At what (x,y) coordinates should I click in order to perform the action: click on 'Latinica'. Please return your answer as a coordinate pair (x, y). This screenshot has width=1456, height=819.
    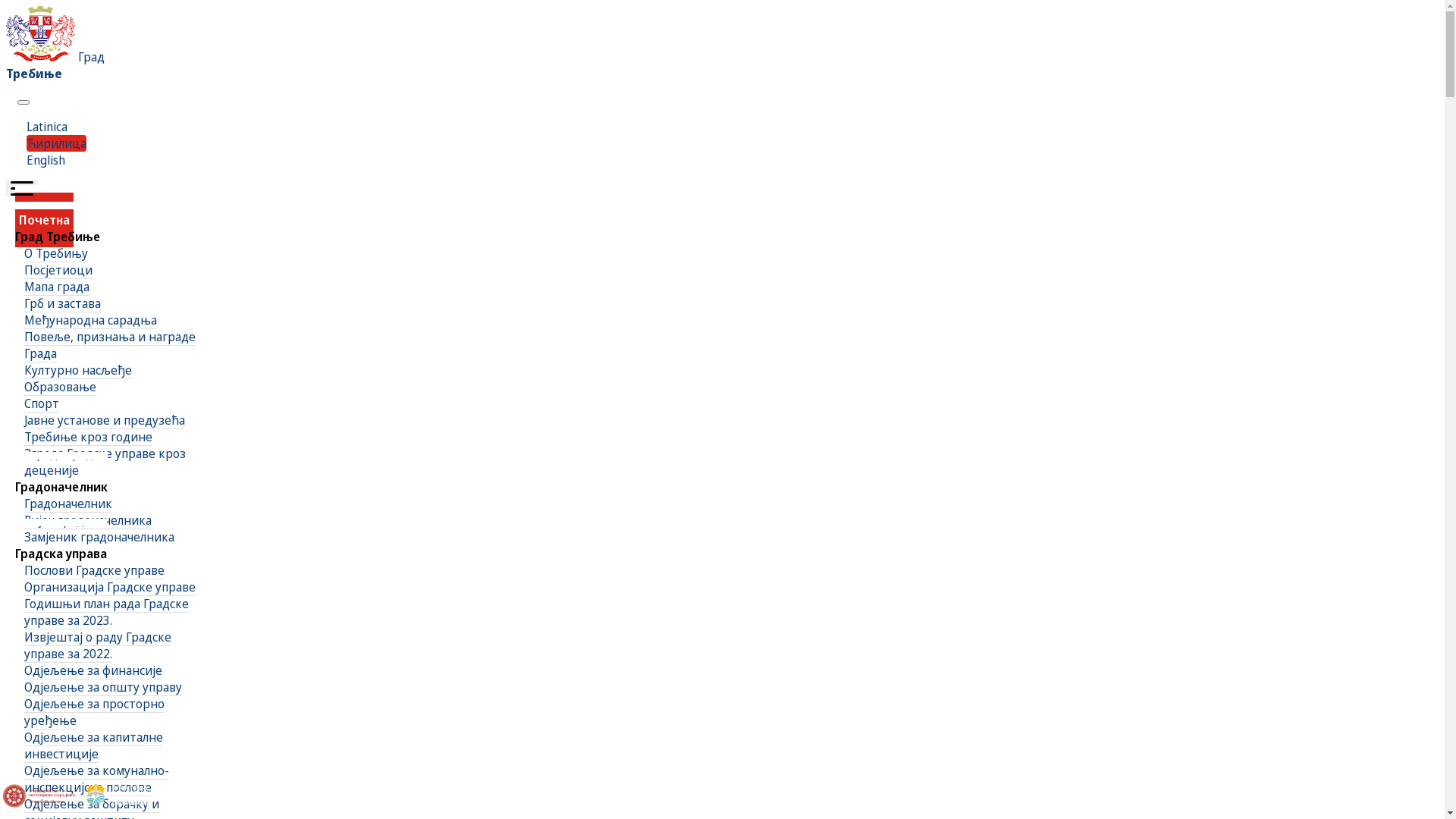
    Looking at the image, I should click on (47, 125).